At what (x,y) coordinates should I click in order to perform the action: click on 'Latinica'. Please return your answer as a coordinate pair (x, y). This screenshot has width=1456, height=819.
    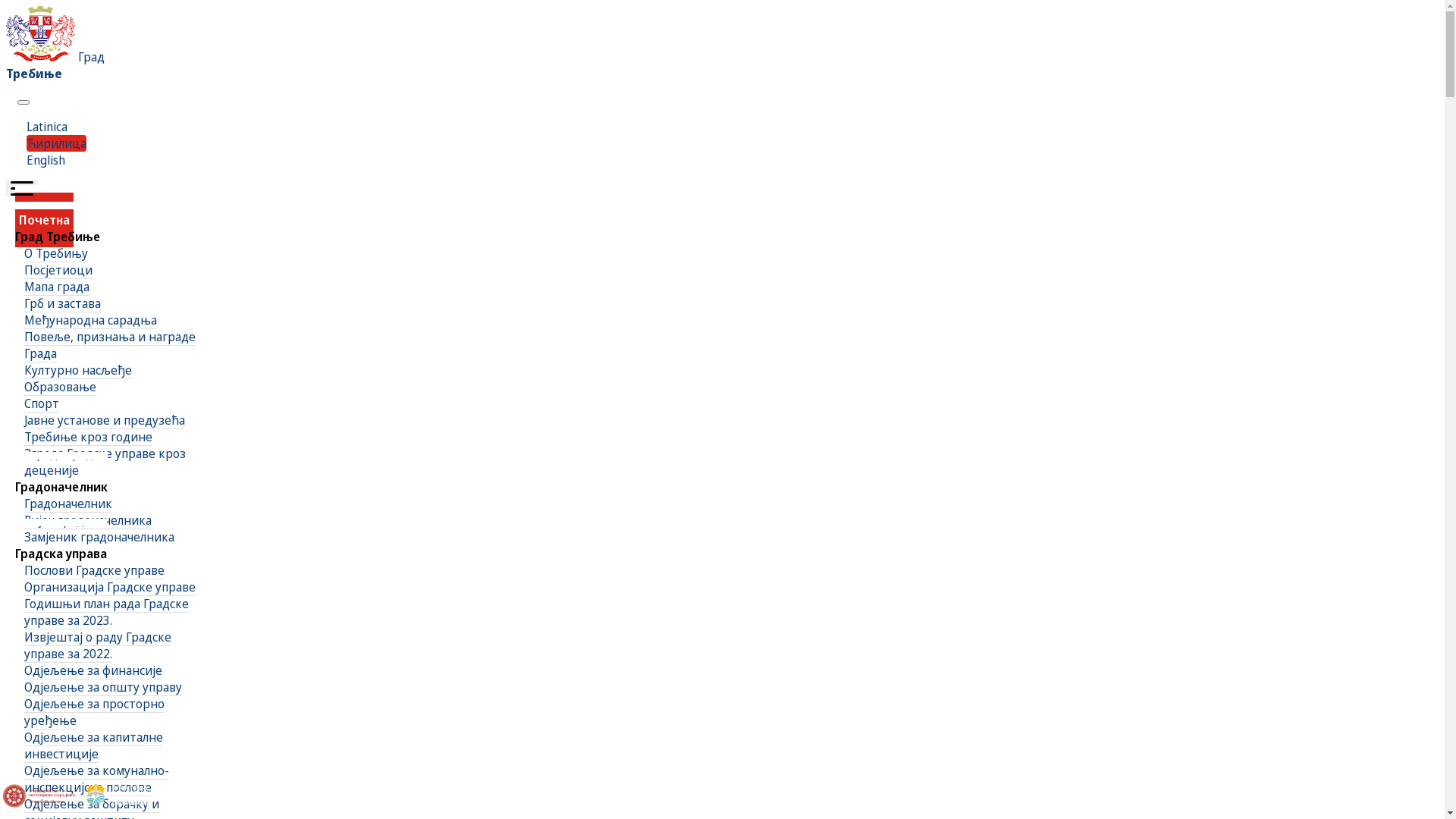
    Looking at the image, I should click on (47, 125).